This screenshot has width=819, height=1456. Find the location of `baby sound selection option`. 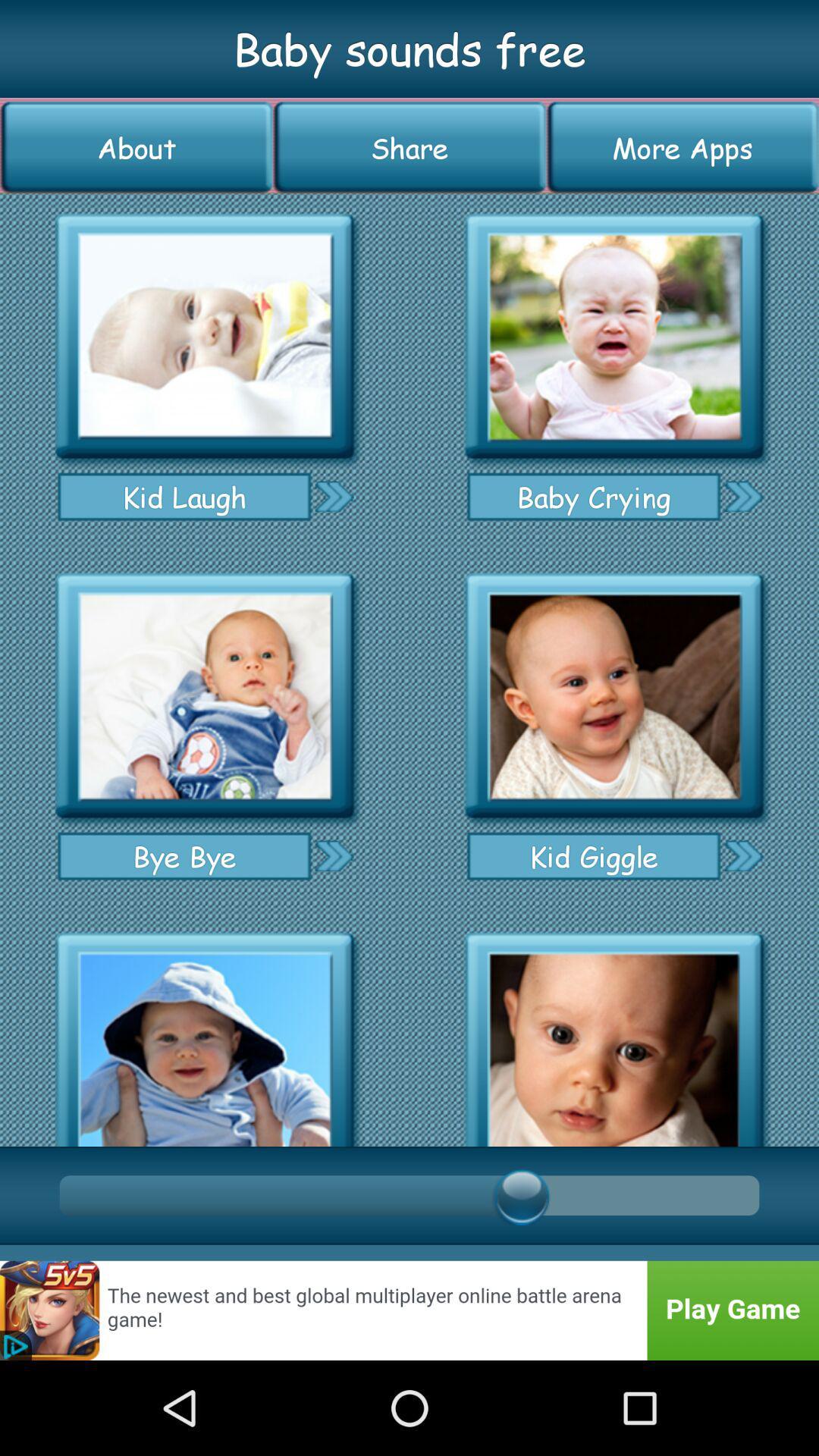

baby sound selection option is located at coordinates (205, 695).